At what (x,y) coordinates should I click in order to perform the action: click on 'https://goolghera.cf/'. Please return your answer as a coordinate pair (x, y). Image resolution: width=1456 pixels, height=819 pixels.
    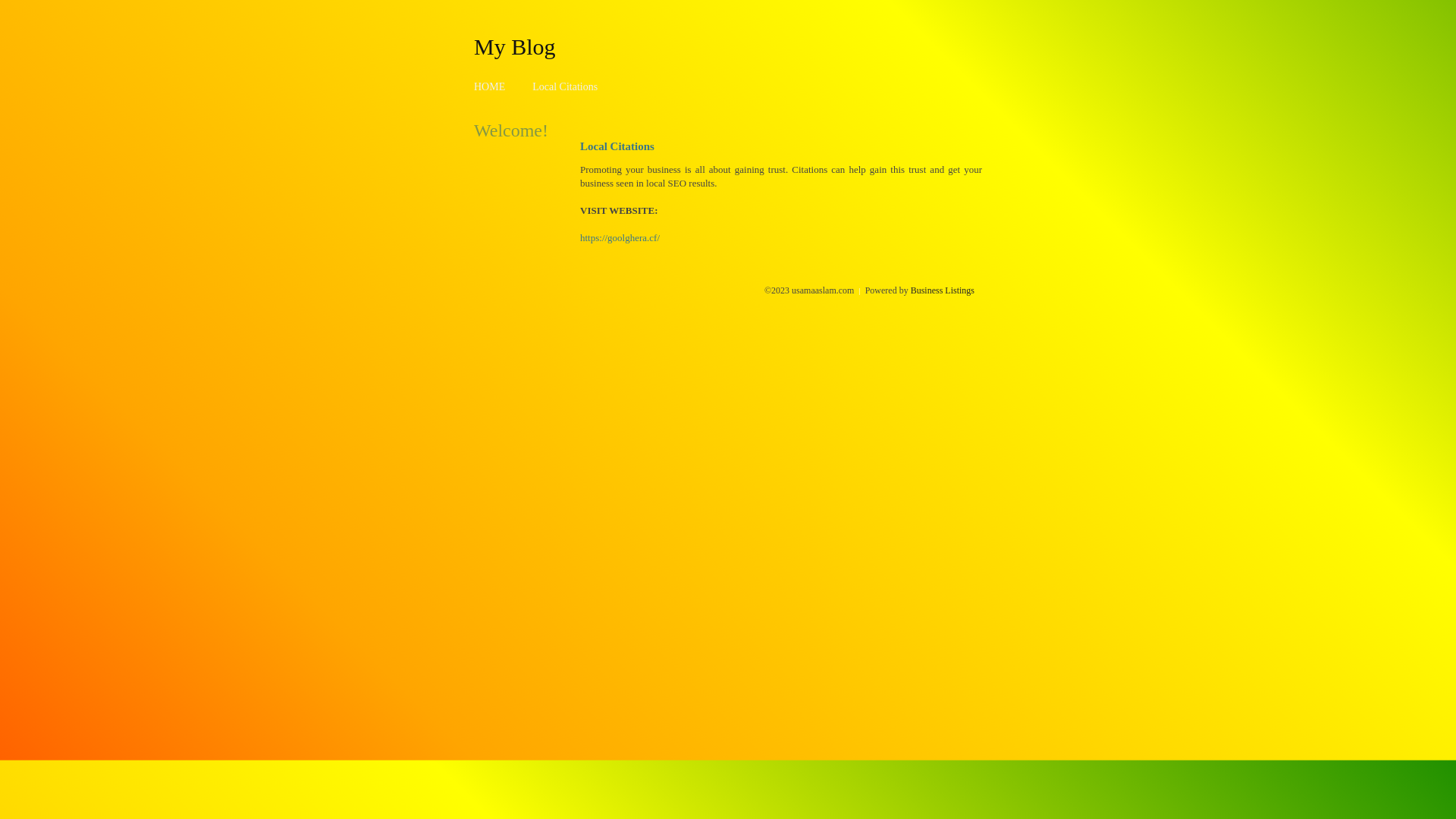
    Looking at the image, I should click on (620, 237).